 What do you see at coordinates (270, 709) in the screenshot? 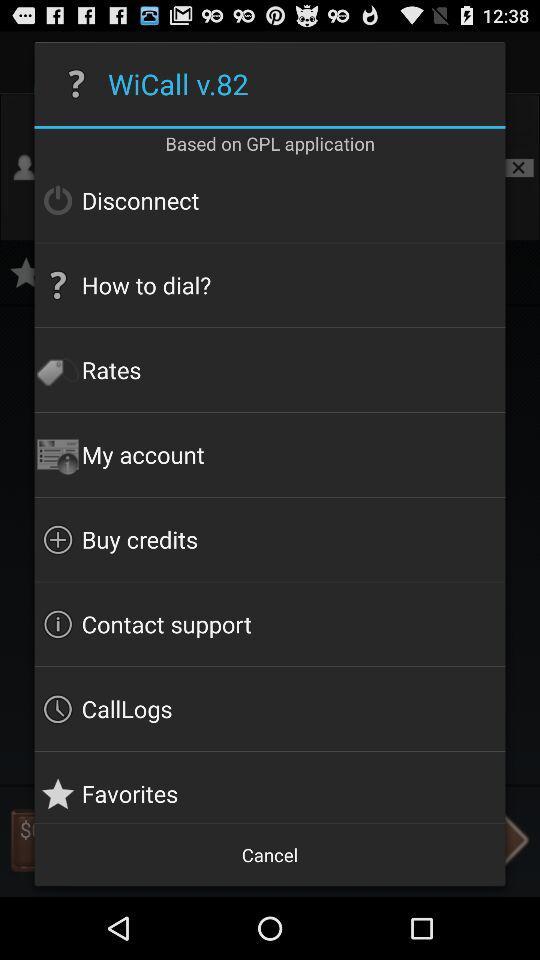
I see `the icon below the contact support item` at bounding box center [270, 709].